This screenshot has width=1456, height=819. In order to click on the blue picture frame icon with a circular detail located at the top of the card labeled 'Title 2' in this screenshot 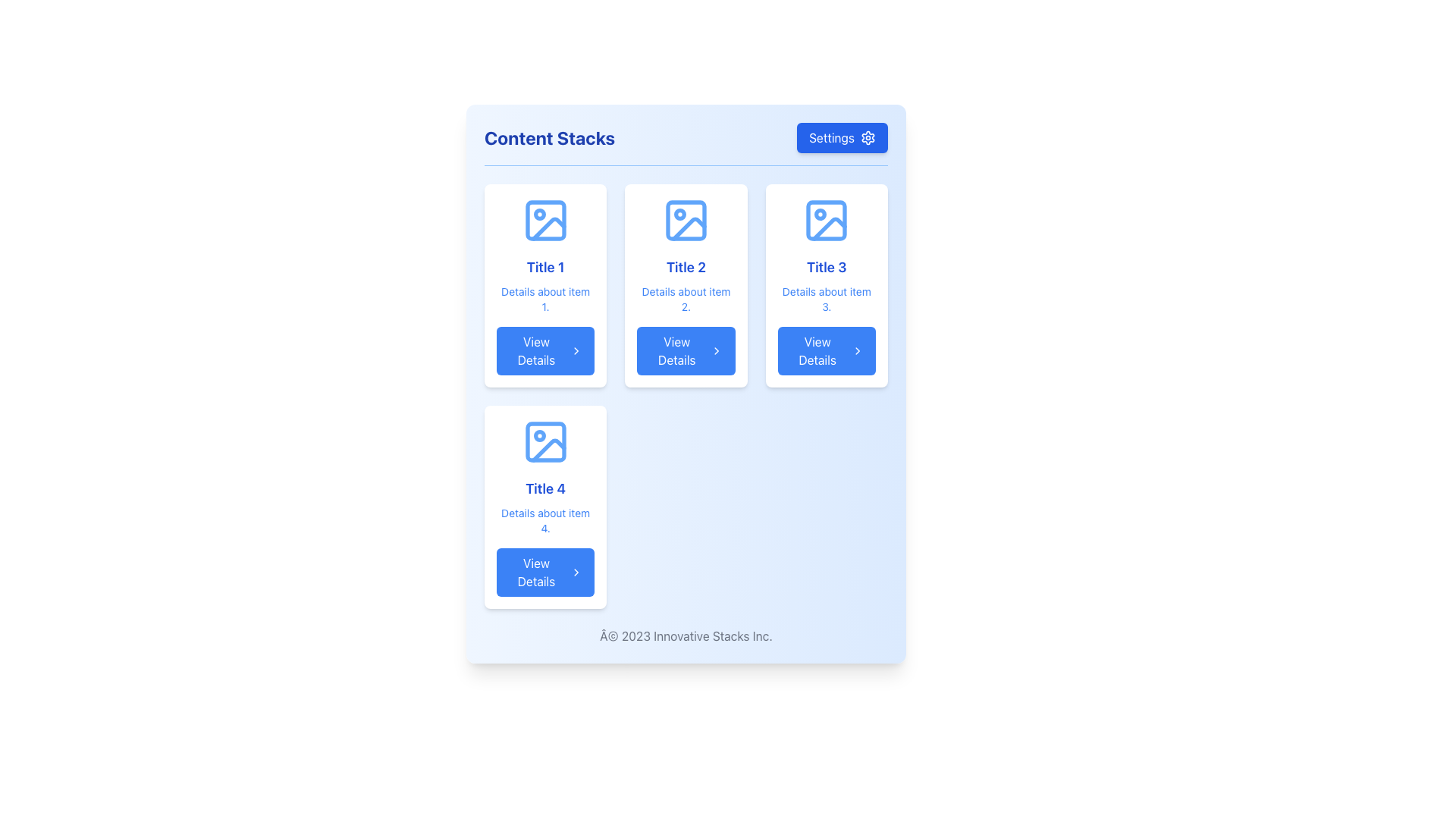, I will do `click(685, 220)`.